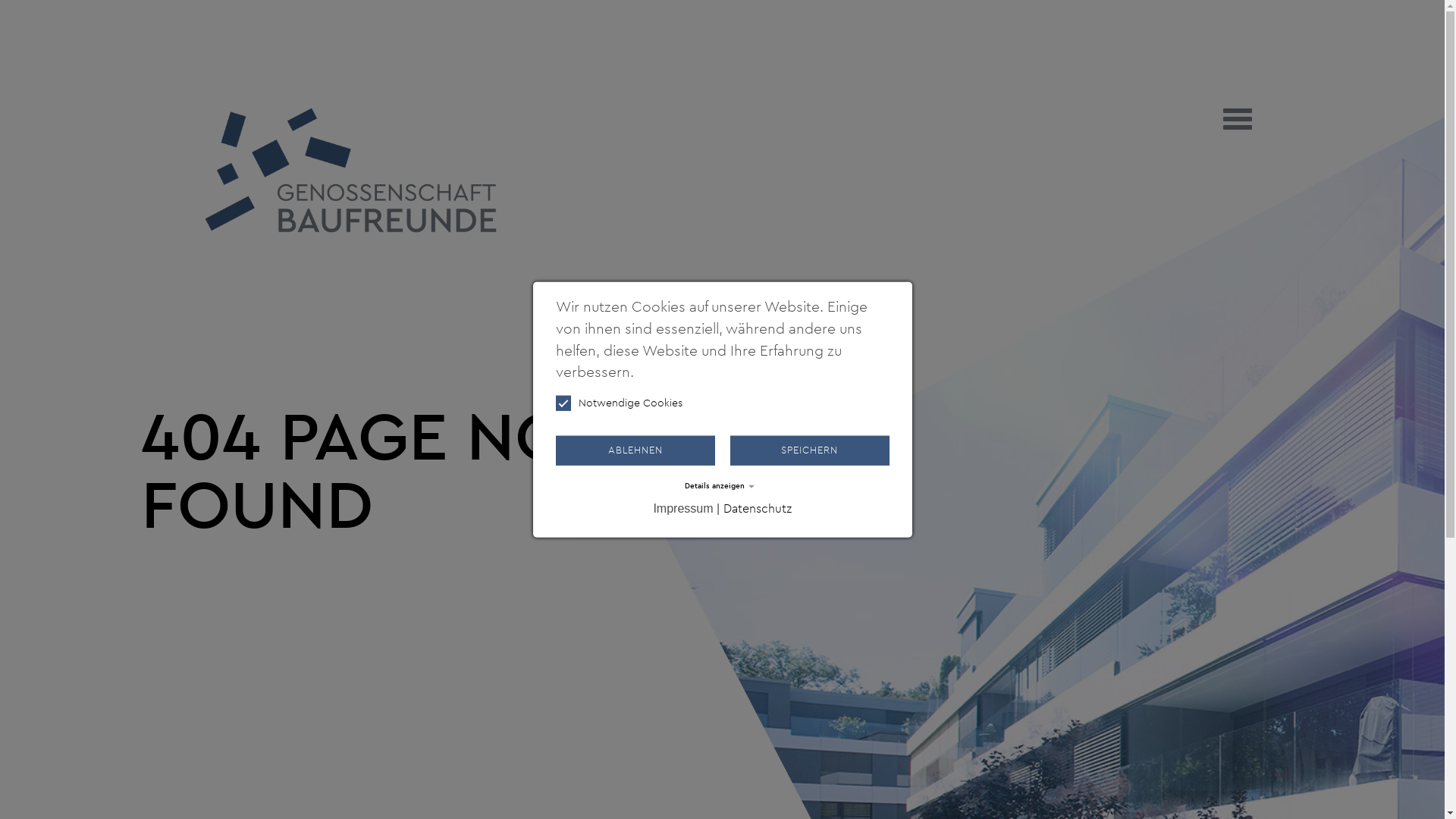  I want to click on 'Toggle navigation', so click(1238, 118).